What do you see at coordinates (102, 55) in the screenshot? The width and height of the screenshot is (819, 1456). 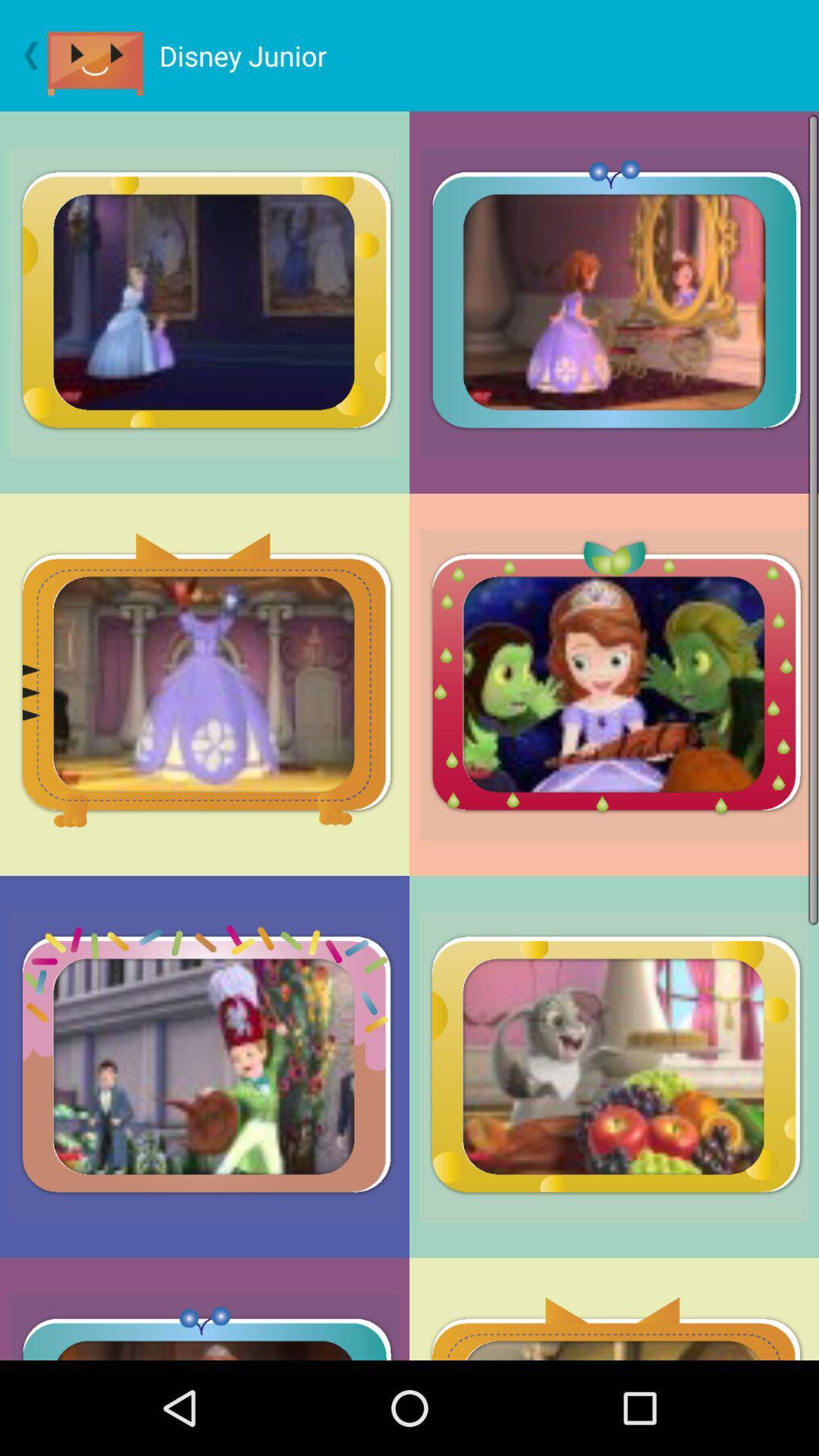 I see `go home` at bounding box center [102, 55].